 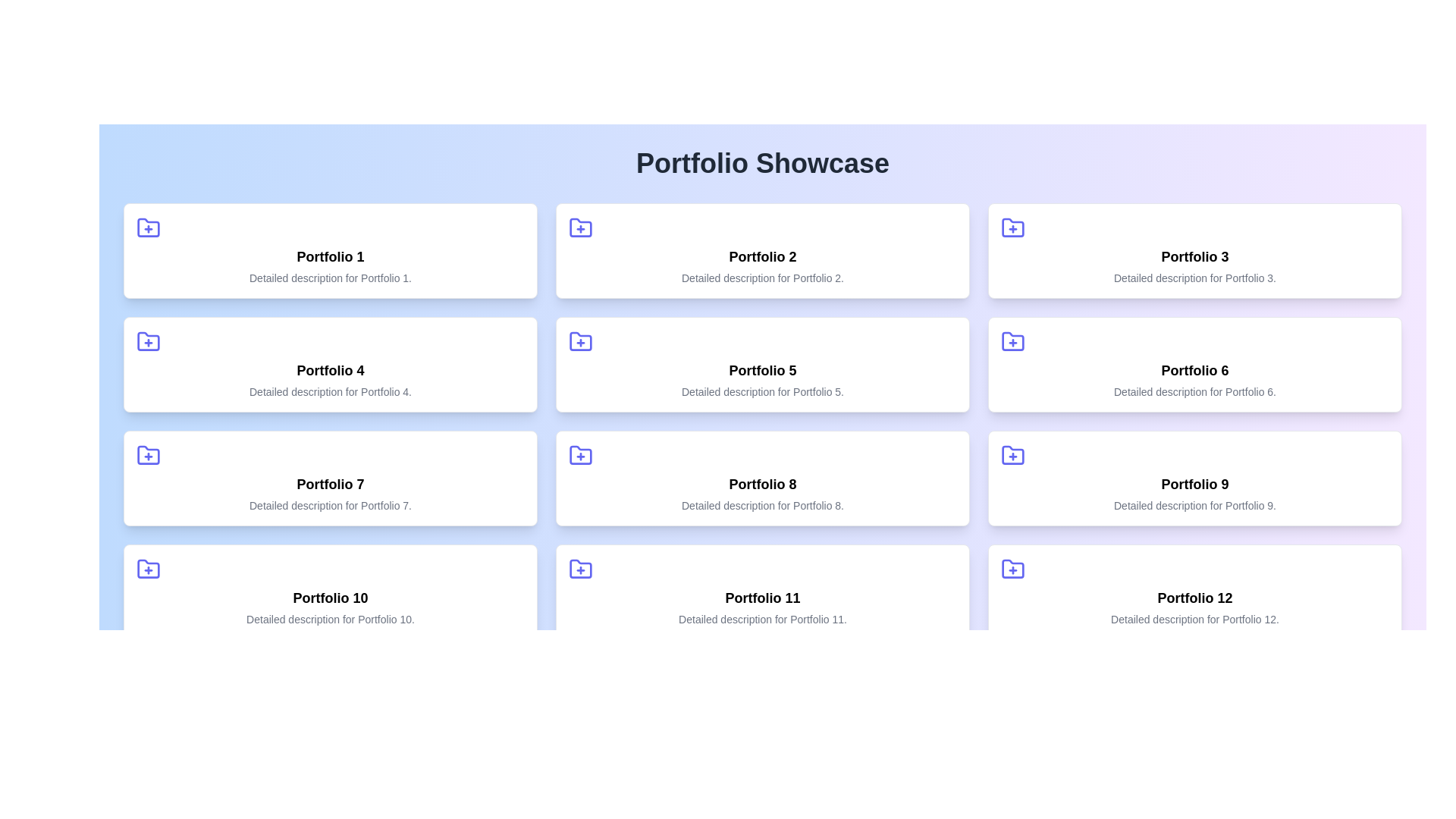 I want to click on the bold text element displaying the phrase 'Portfolio 6' located in the second row, second column of the grid layout, so click(x=1194, y=371).